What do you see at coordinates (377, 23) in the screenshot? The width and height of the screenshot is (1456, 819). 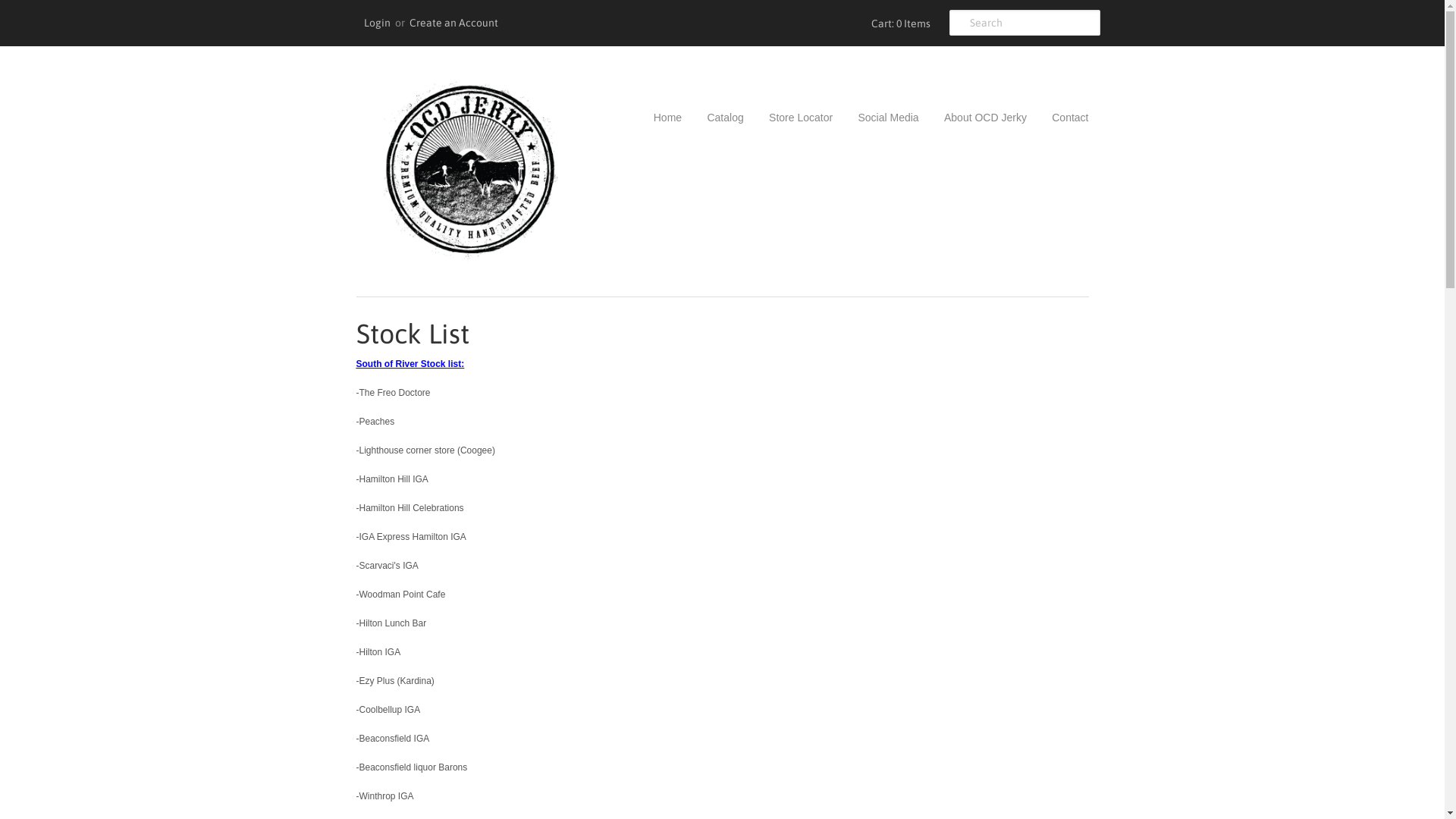 I see `'Login'` at bounding box center [377, 23].